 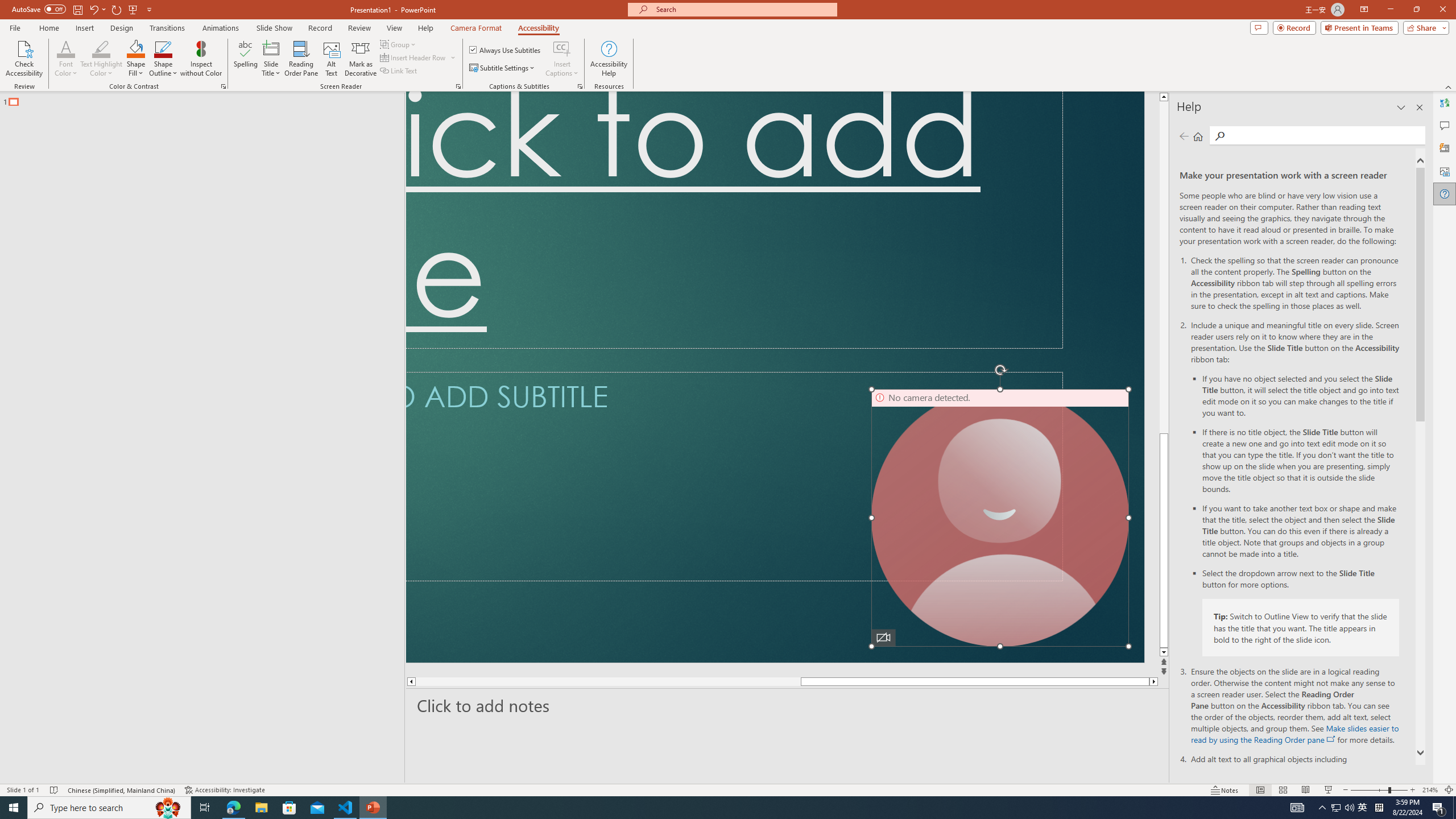 What do you see at coordinates (100, 48) in the screenshot?
I see `'Text Highlight Color'` at bounding box center [100, 48].